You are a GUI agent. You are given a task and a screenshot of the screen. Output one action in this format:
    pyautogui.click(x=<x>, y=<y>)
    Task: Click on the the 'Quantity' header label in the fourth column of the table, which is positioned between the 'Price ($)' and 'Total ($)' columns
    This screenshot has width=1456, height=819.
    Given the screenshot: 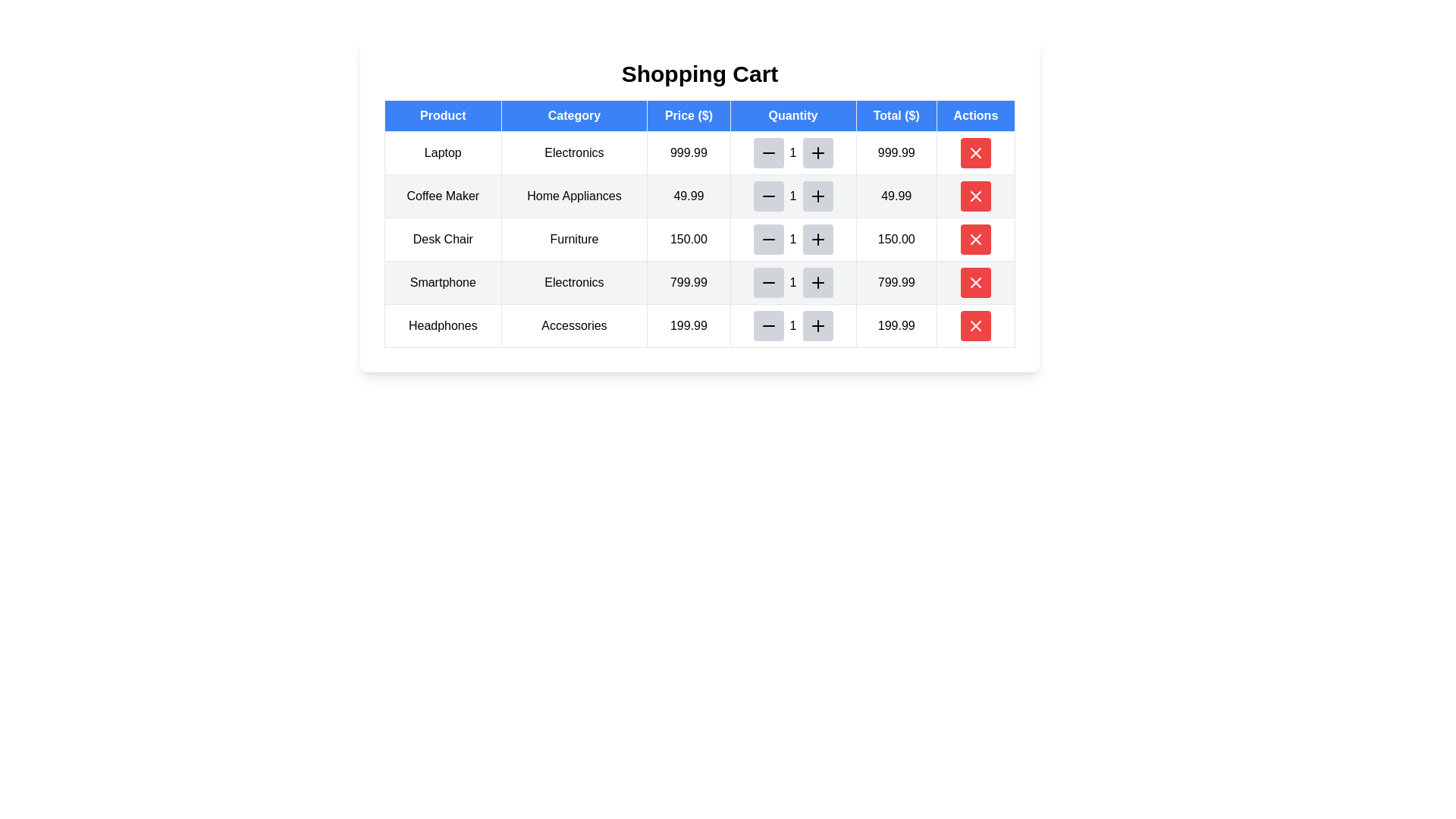 What is the action you would take?
    pyautogui.click(x=792, y=115)
    